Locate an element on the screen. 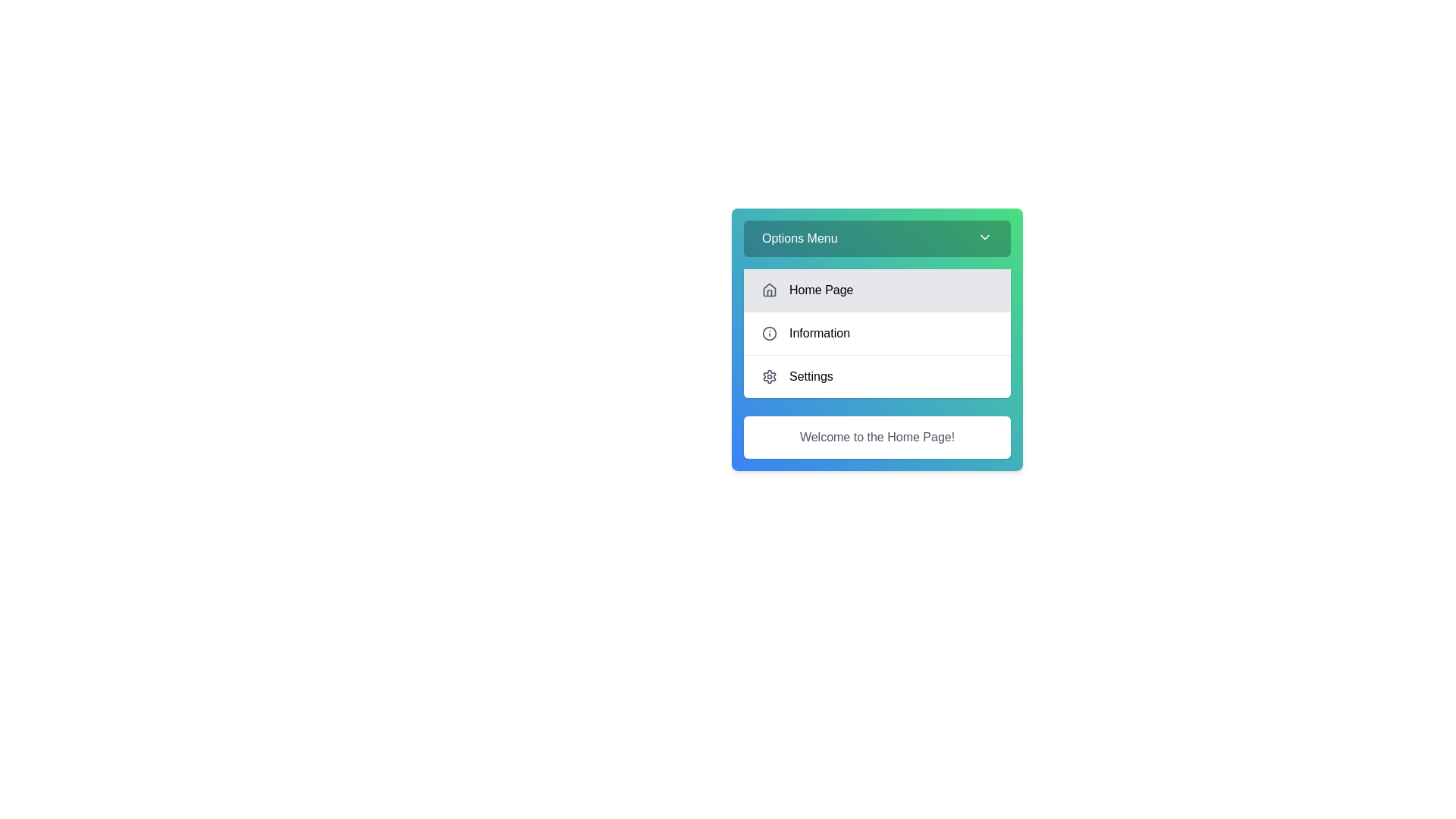 The image size is (1456, 819). the 'settings' icon, which is located to the left of the text 'Settings' in the menu interface is located at coordinates (769, 376).